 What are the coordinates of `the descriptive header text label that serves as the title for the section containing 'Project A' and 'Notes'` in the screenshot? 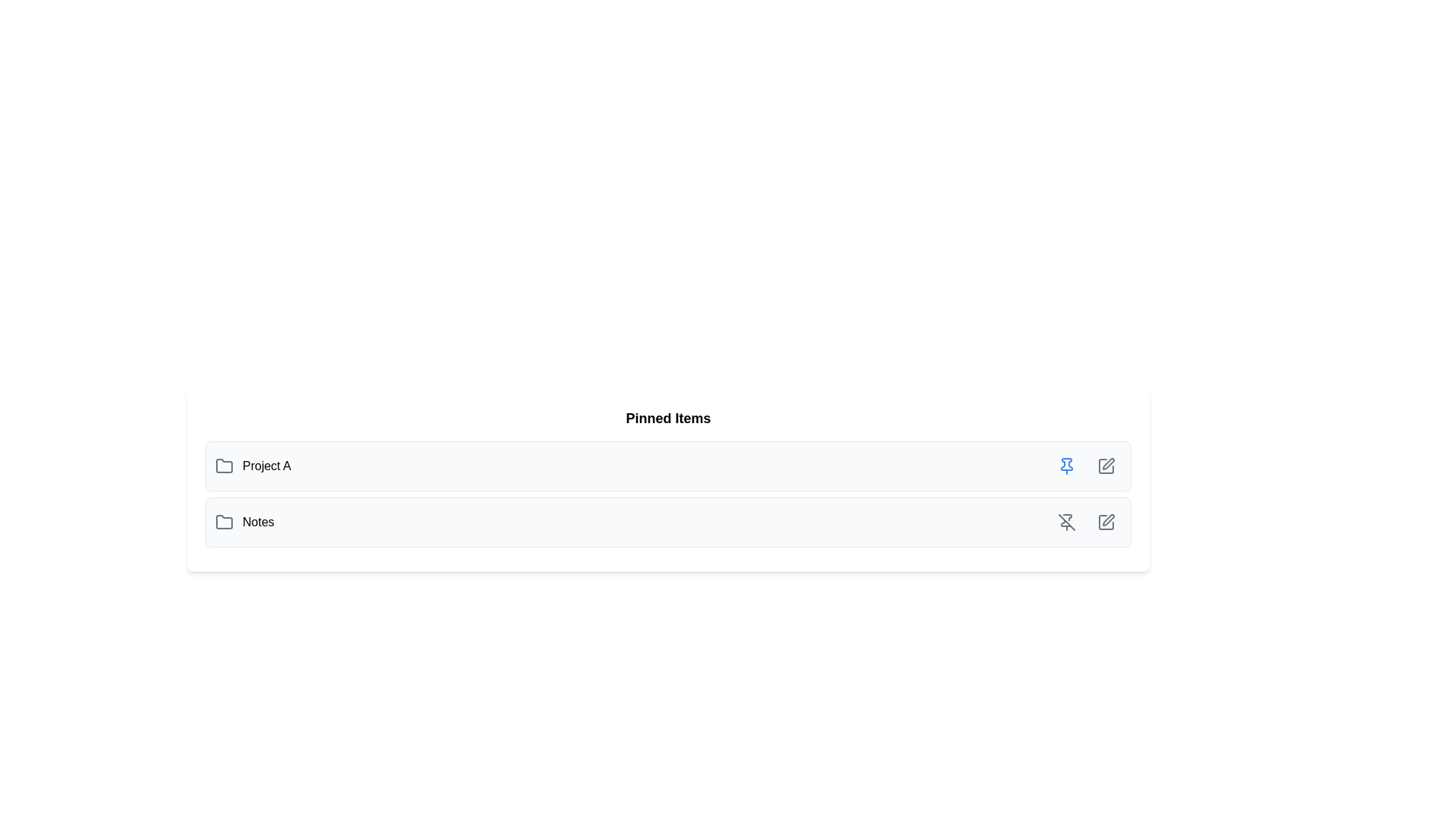 It's located at (667, 418).